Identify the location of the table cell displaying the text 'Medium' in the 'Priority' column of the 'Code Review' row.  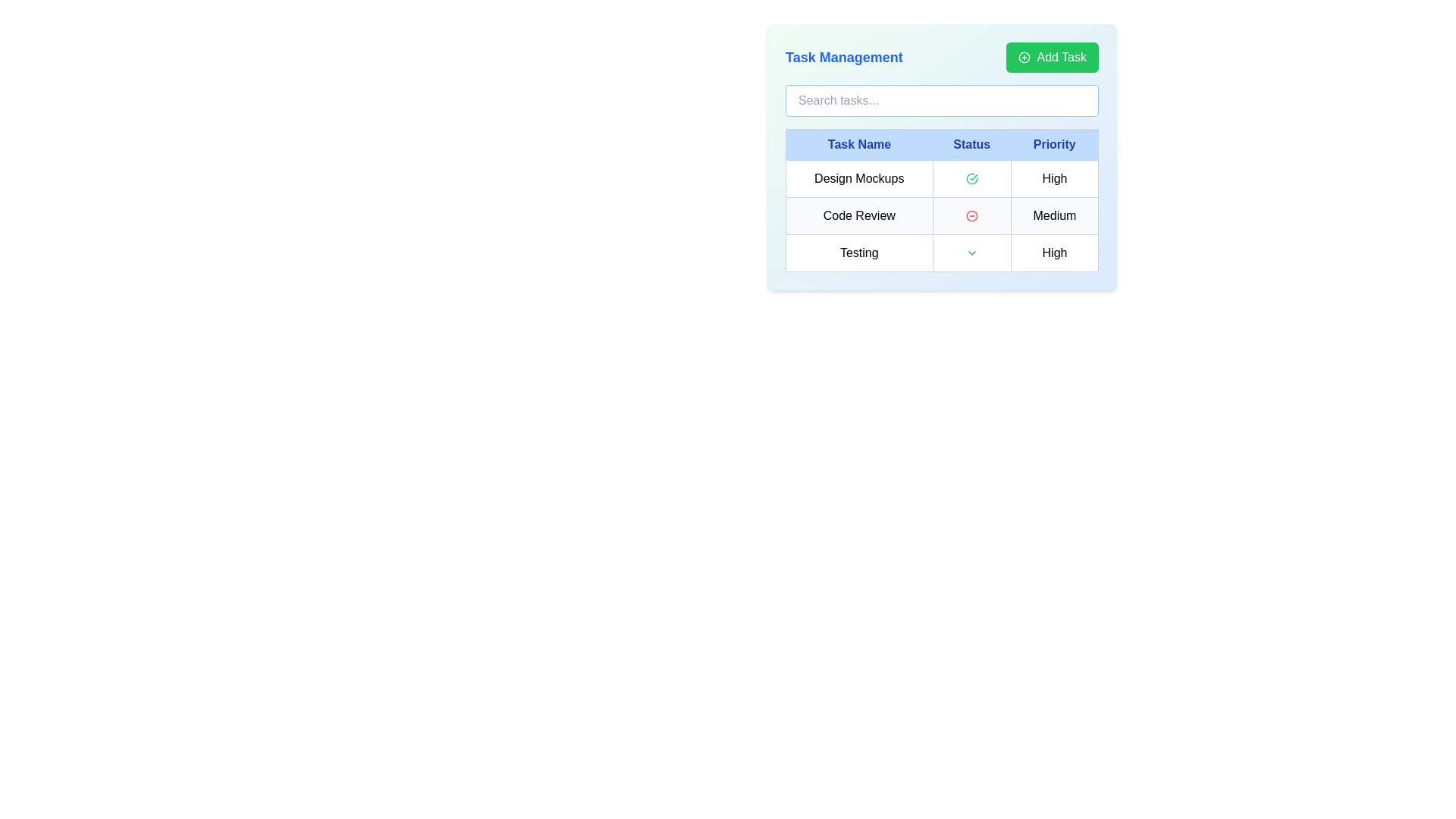
(1054, 216).